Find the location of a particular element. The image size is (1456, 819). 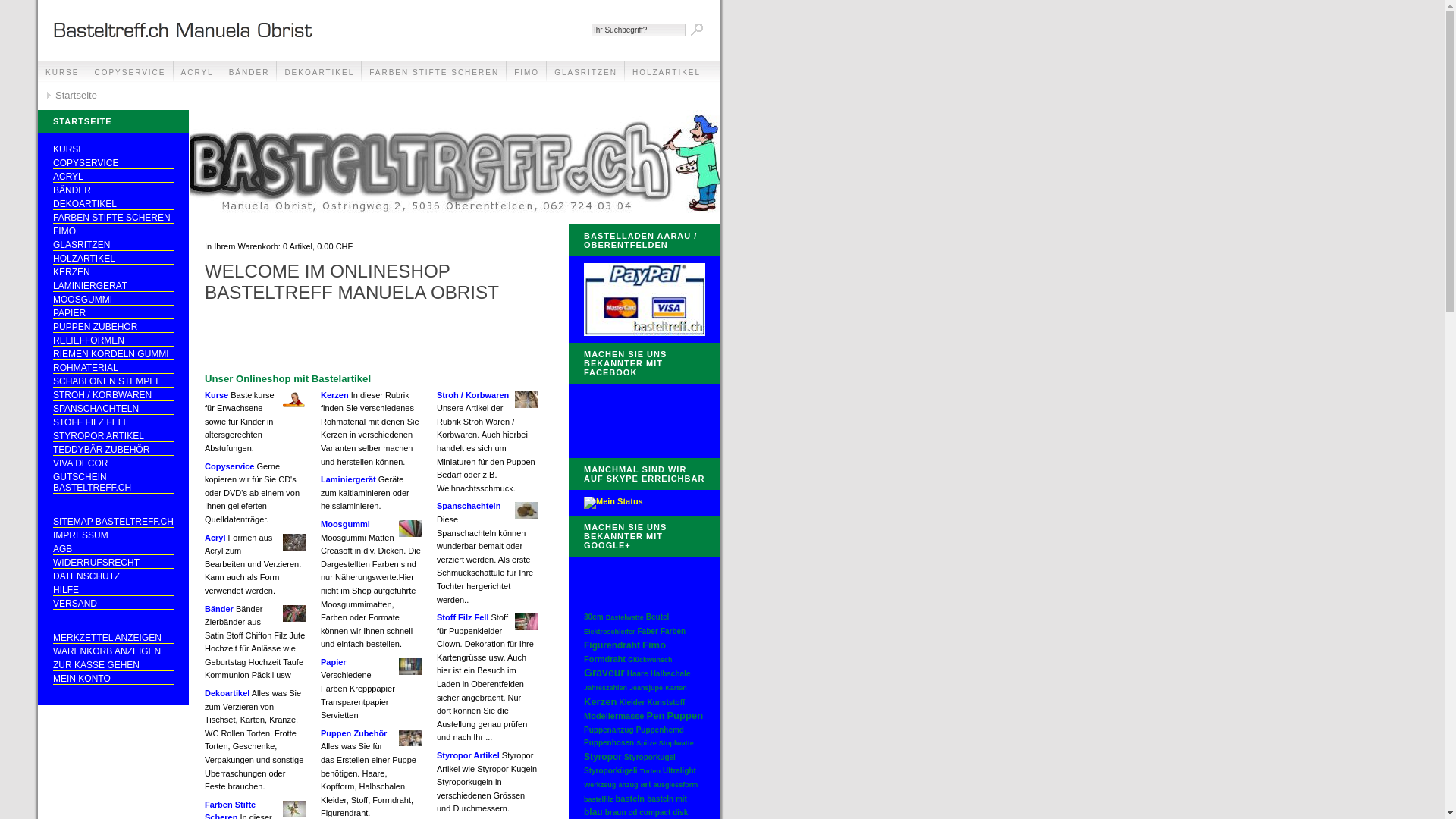

'SCHABLONEN STEMPEL' is located at coordinates (112, 381).